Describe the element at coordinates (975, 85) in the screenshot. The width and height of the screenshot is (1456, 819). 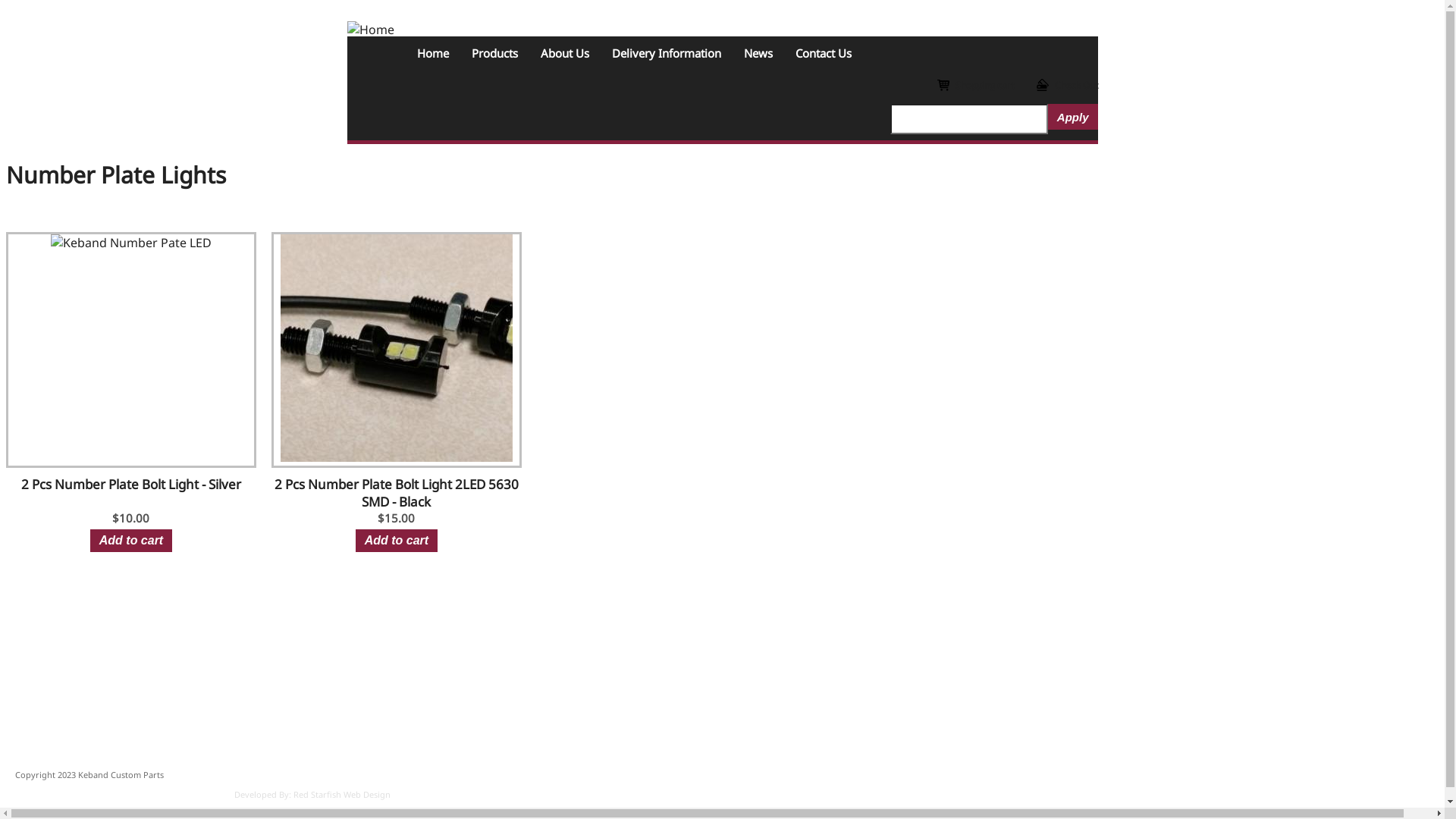
I see `'Shopping cart'` at that location.